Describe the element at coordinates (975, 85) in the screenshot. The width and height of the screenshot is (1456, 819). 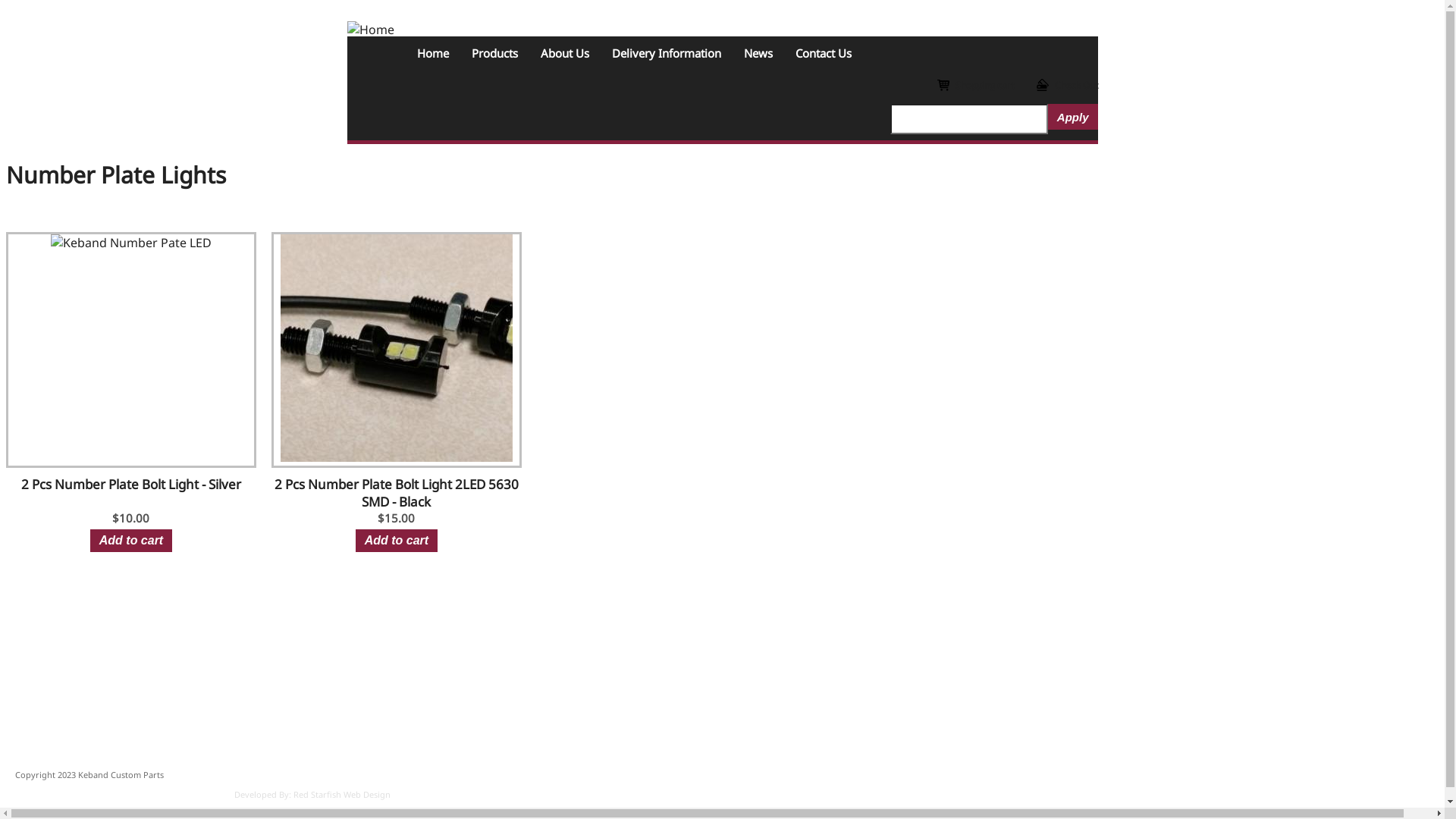
I see `'Shopping cart'` at that location.